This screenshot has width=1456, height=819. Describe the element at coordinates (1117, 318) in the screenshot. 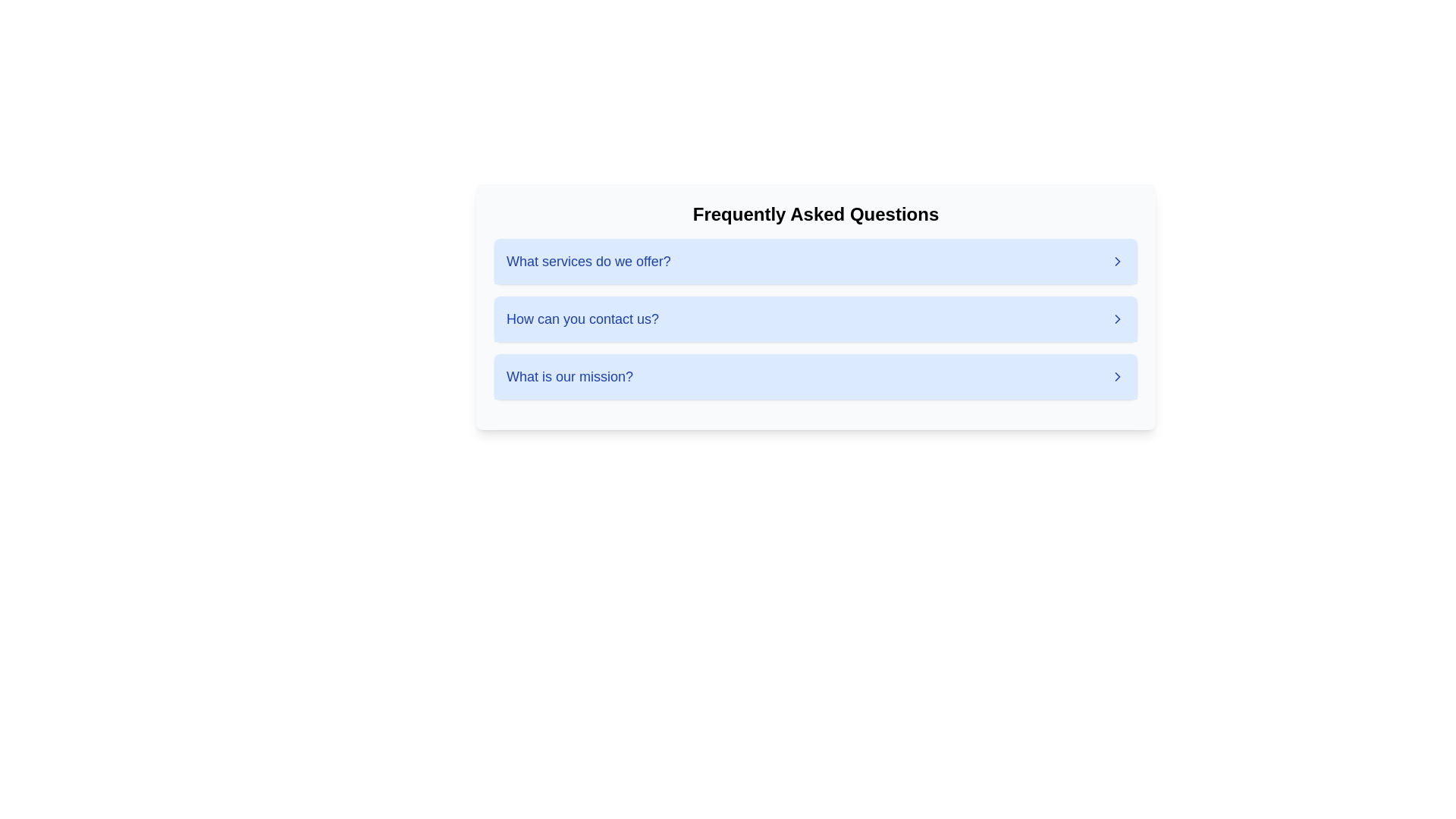

I see `the right arrow icon associated with the second item in the Frequently Asked Questions list` at that location.